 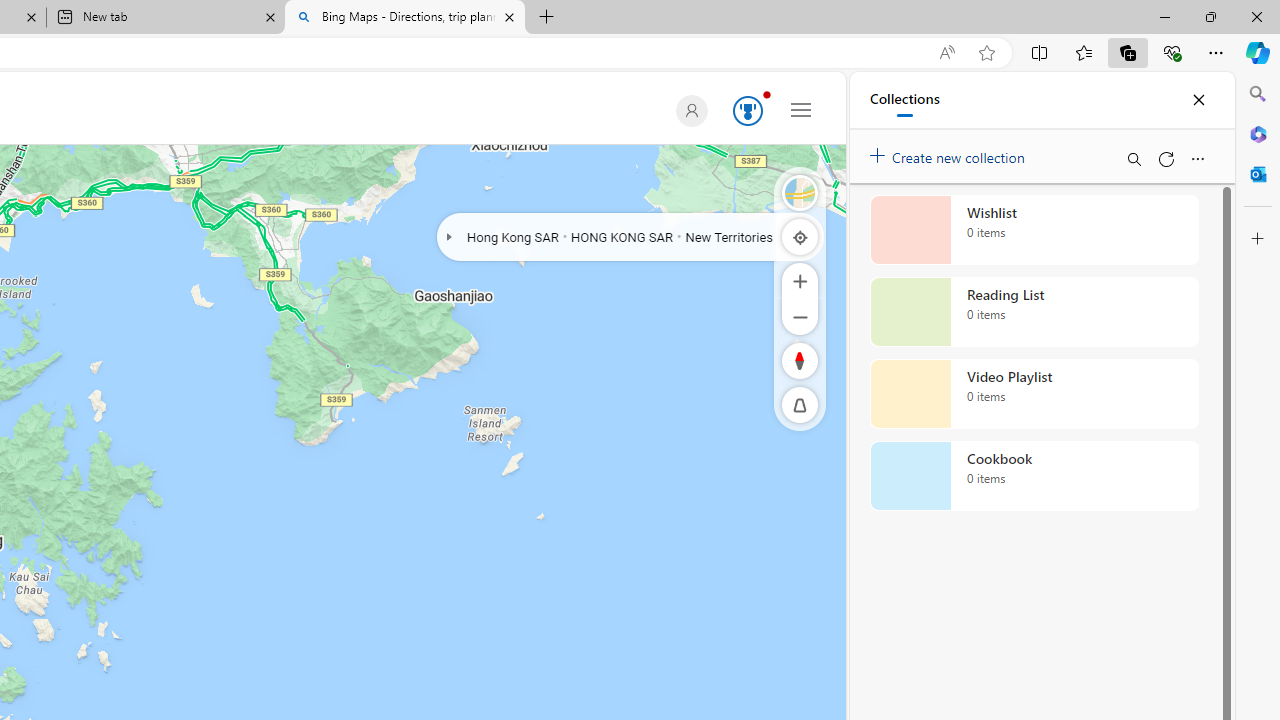 I want to click on 'Settings and quick links', so click(x=801, y=109).